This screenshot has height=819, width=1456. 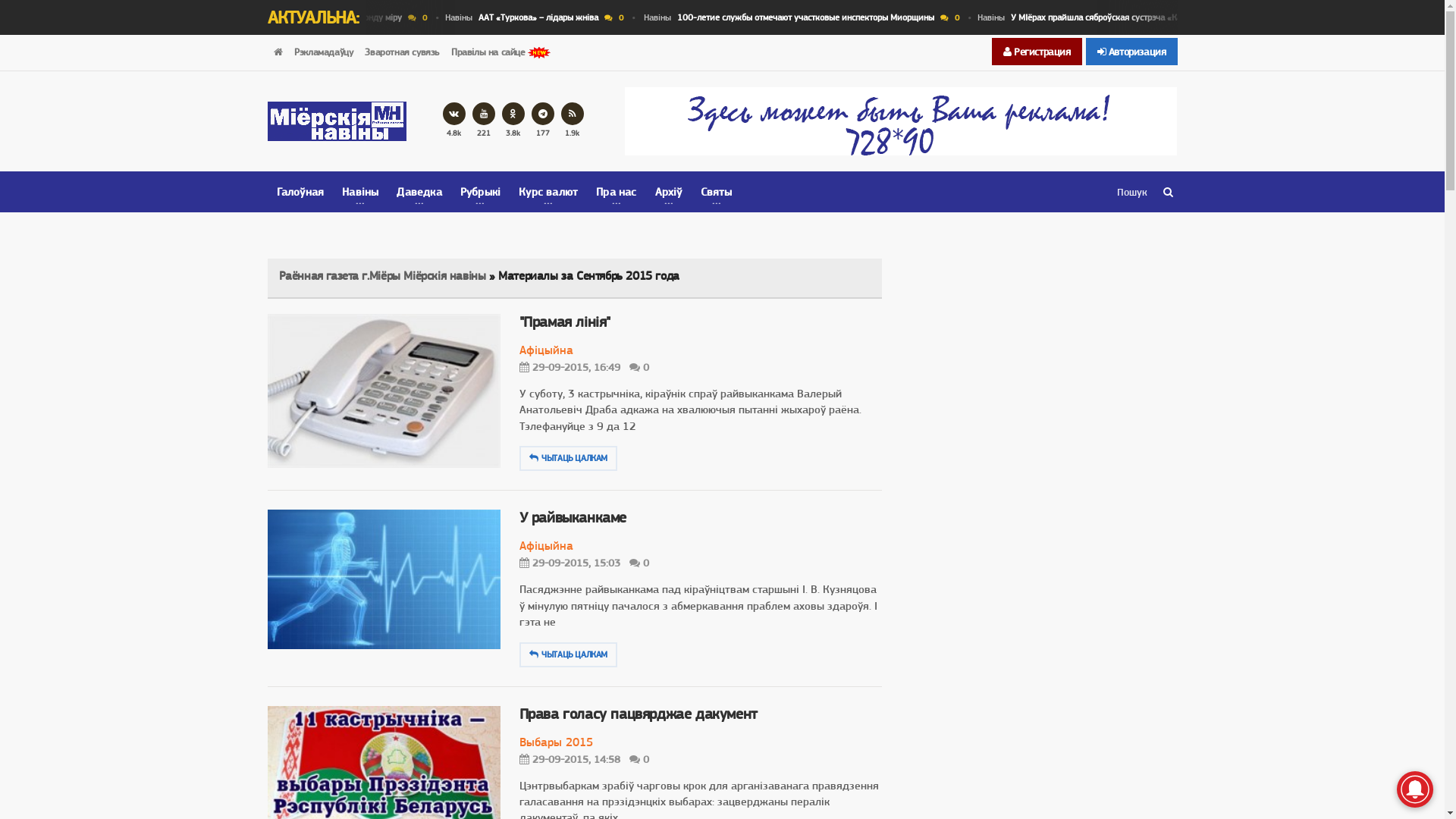 What do you see at coordinates (639, 758) in the screenshot?
I see `'0'` at bounding box center [639, 758].